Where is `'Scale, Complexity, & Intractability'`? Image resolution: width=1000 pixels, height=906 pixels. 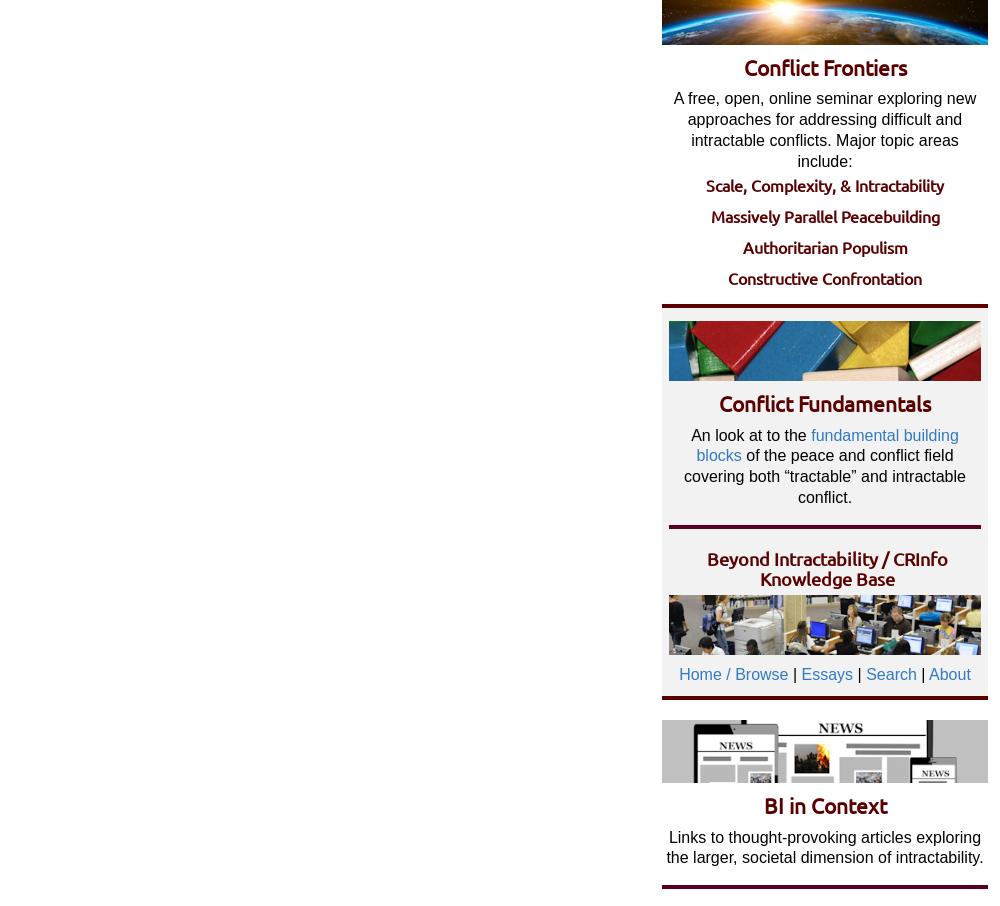 'Scale, Complexity, & Intractability' is located at coordinates (705, 183).